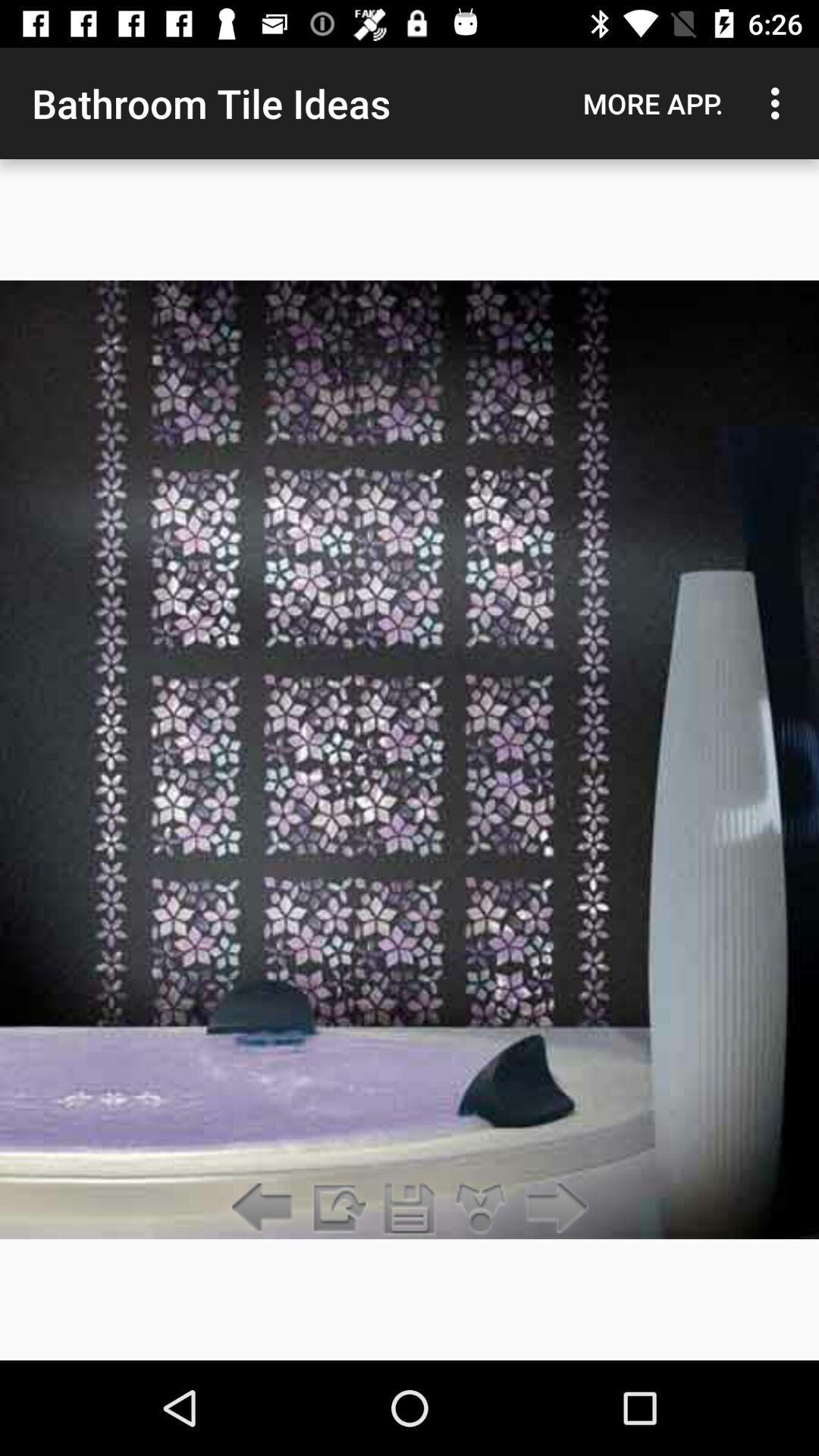 The image size is (819, 1456). What do you see at coordinates (779, 102) in the screenshot?
I see `item next to more app. icon` at bounding box center [779, 102].